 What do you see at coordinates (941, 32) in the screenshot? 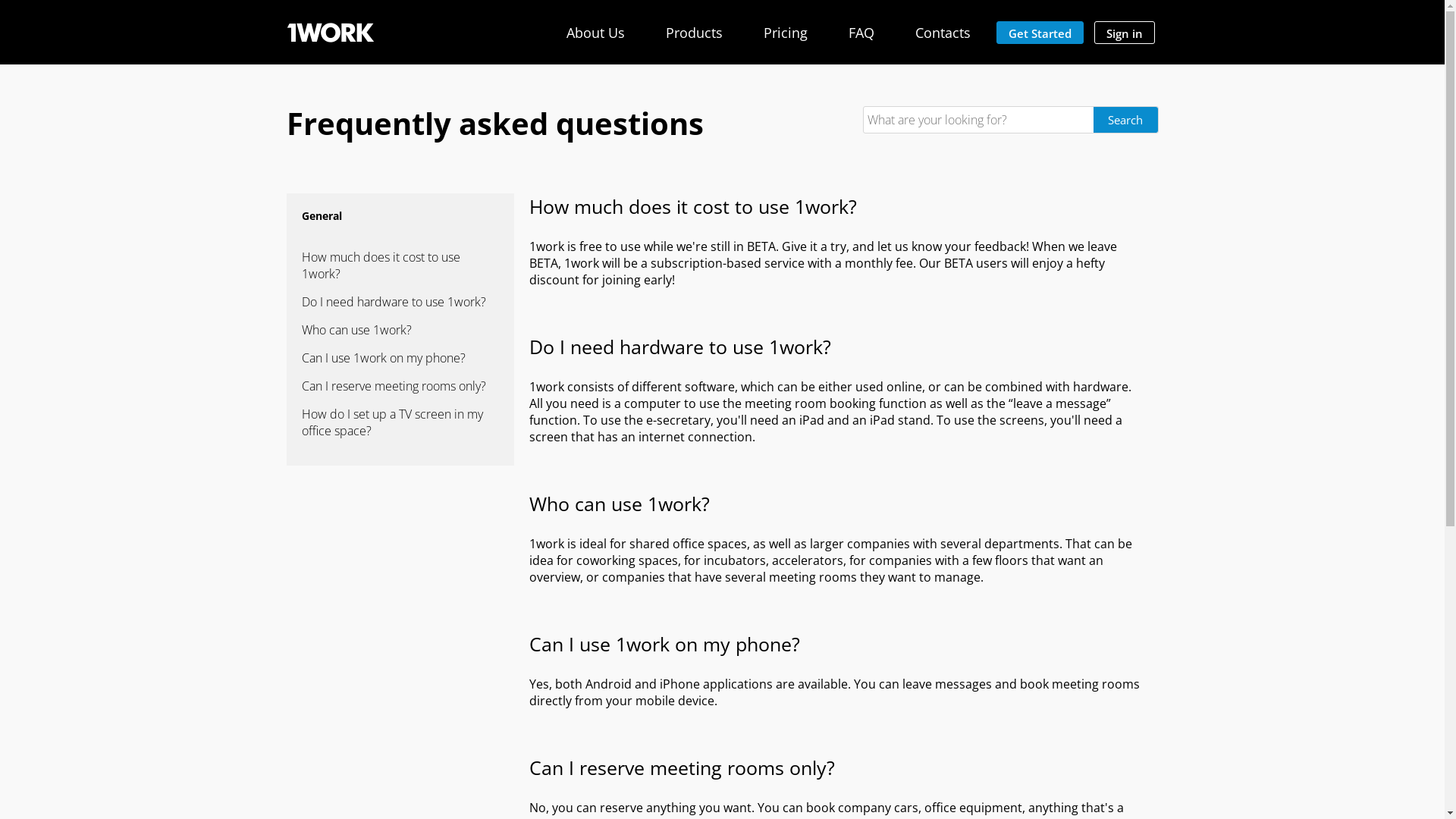
I see `'Contacts'` at bounding box center [941, 32].